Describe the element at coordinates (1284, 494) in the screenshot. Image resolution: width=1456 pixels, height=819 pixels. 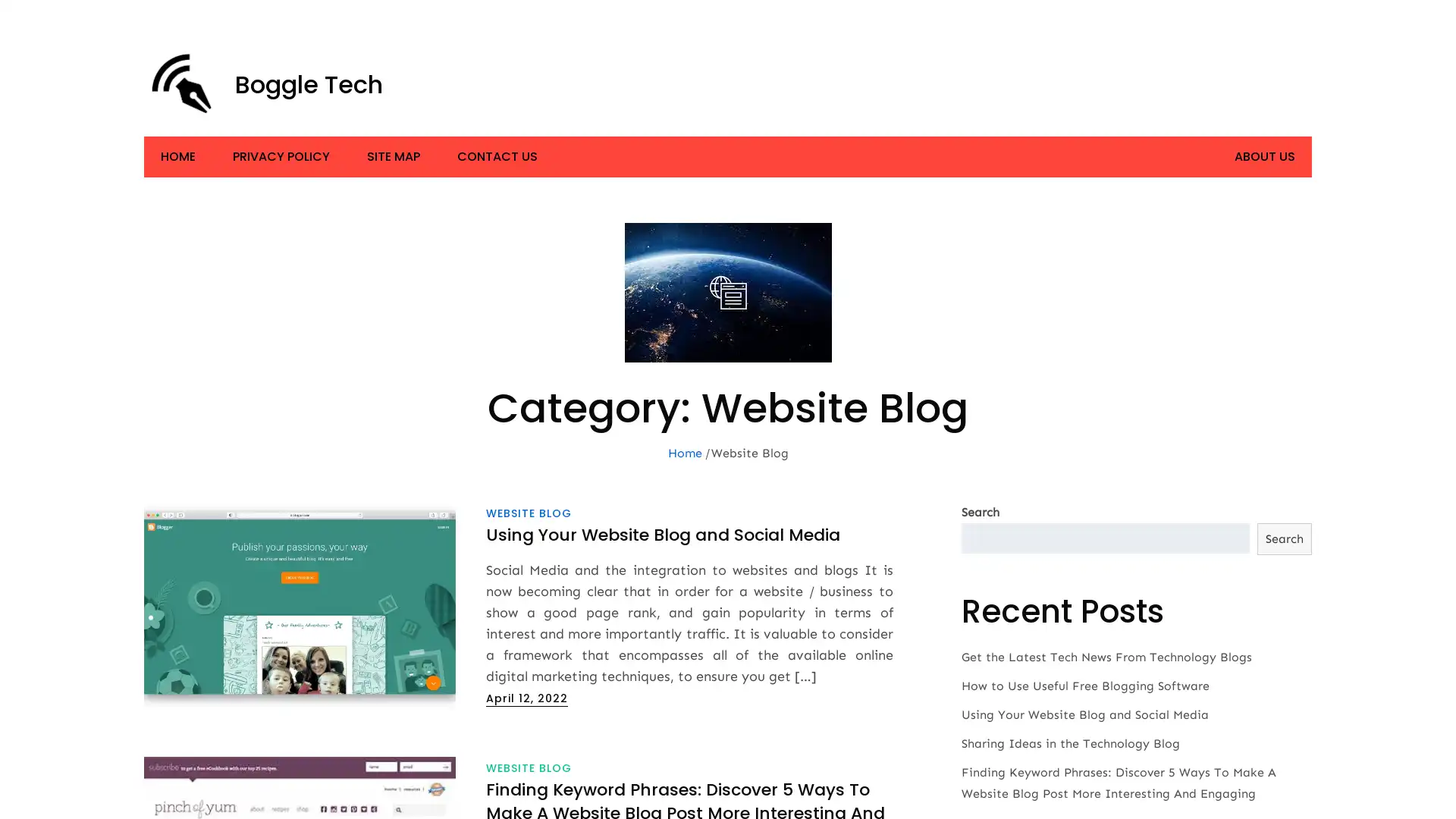
I see `Search` at that location.